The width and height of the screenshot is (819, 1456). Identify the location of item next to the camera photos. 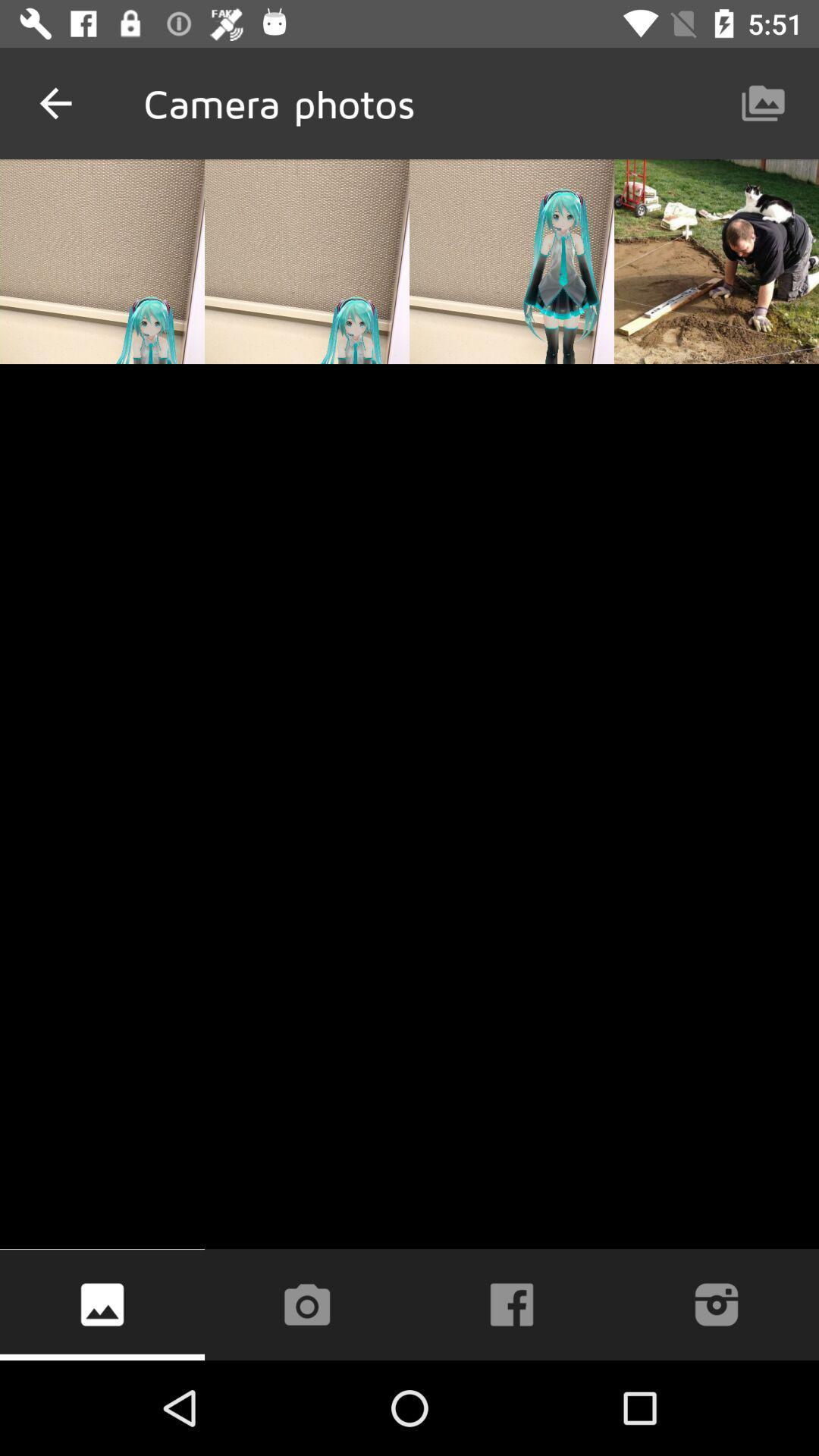
(55, 102).